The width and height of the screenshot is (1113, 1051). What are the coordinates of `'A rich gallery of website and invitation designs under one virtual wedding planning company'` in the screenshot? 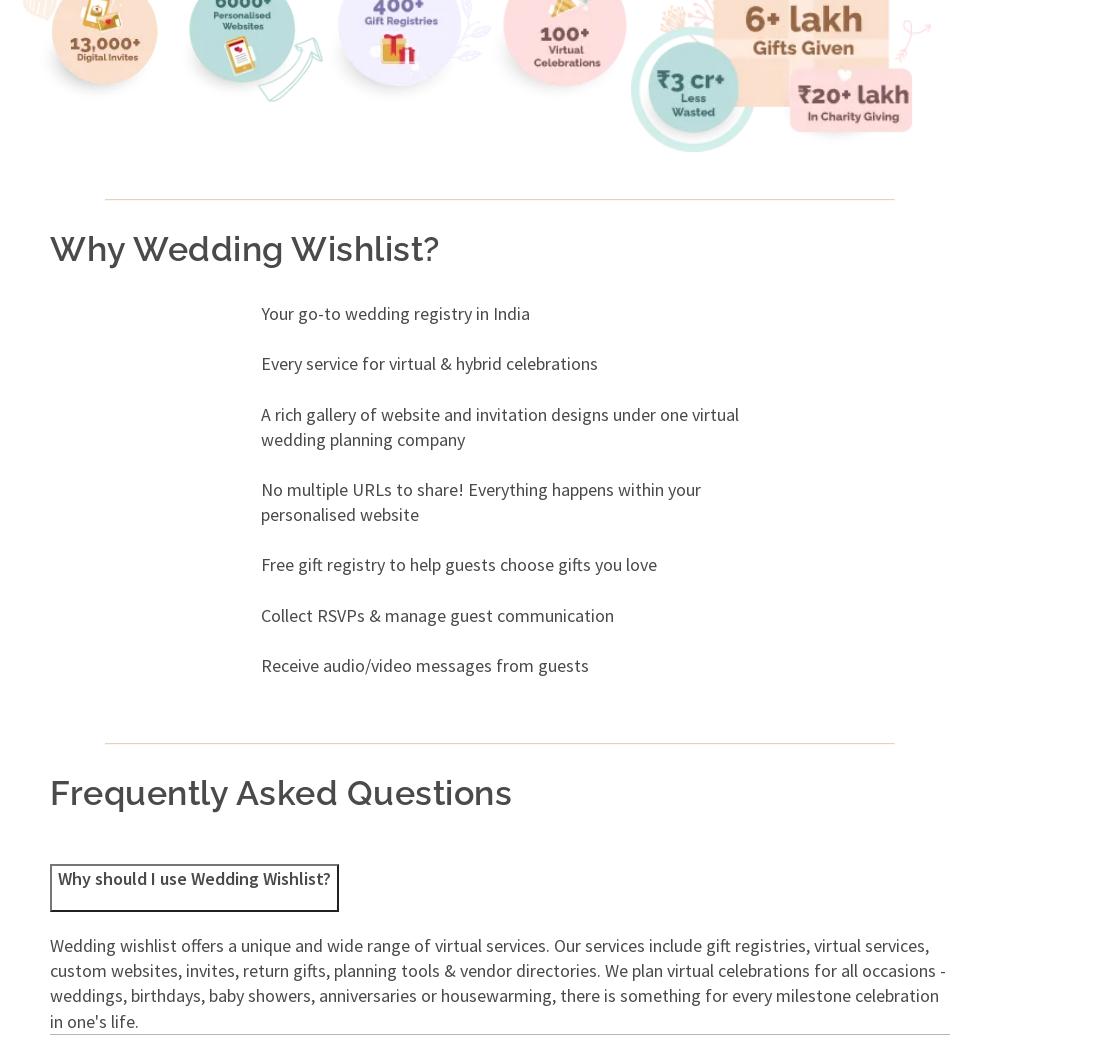 It's located at (498, 425).